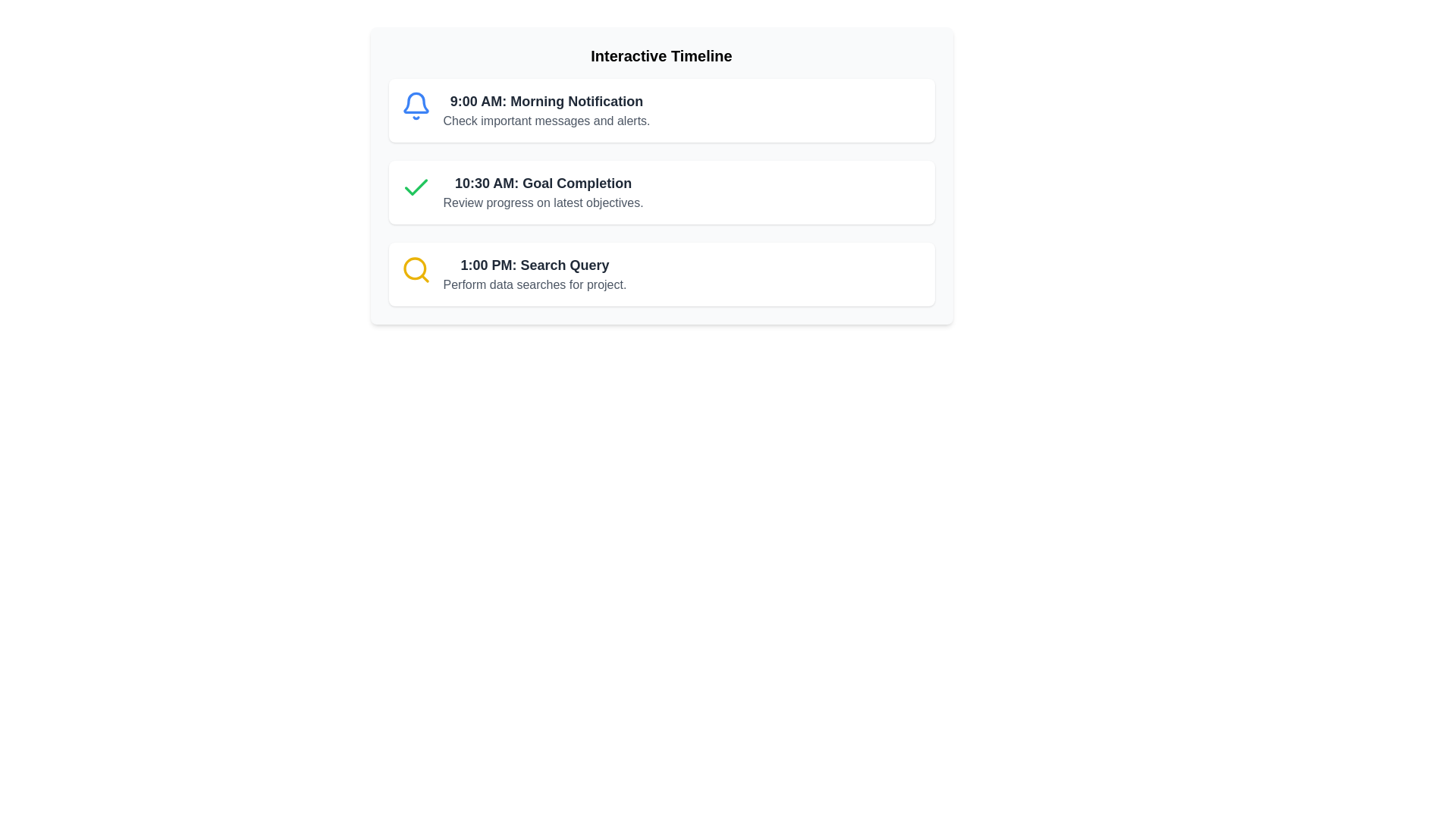 The image size is (1456, 819). I want to click on the checkmark icon in the SVG, which is visually associated with the '10:30 AM: Goal Completion' entry in the interactive timeline, so click(416, 187).